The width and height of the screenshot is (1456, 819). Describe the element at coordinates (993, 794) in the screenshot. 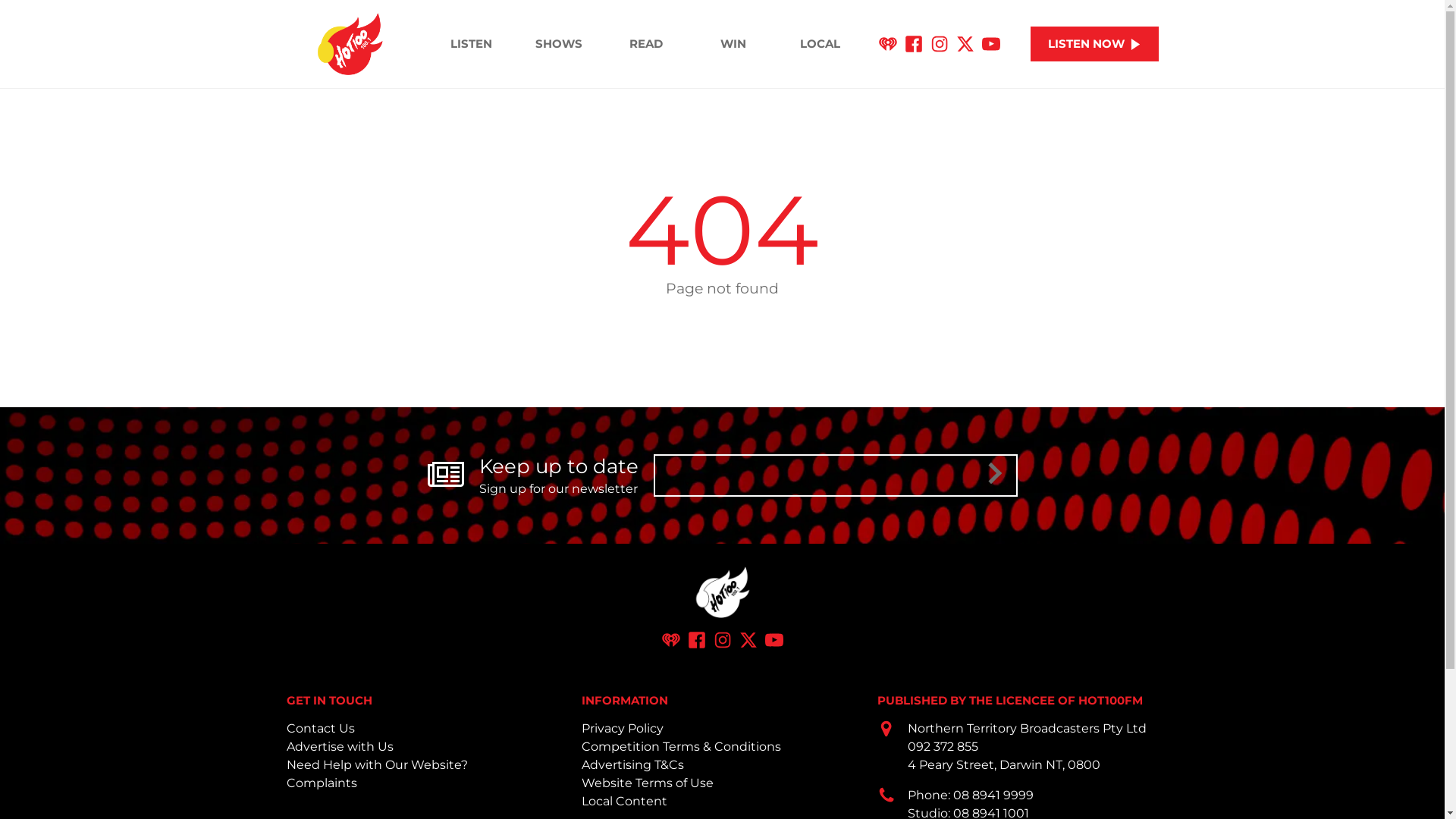

I see `'08 8941 9999'` at that location.